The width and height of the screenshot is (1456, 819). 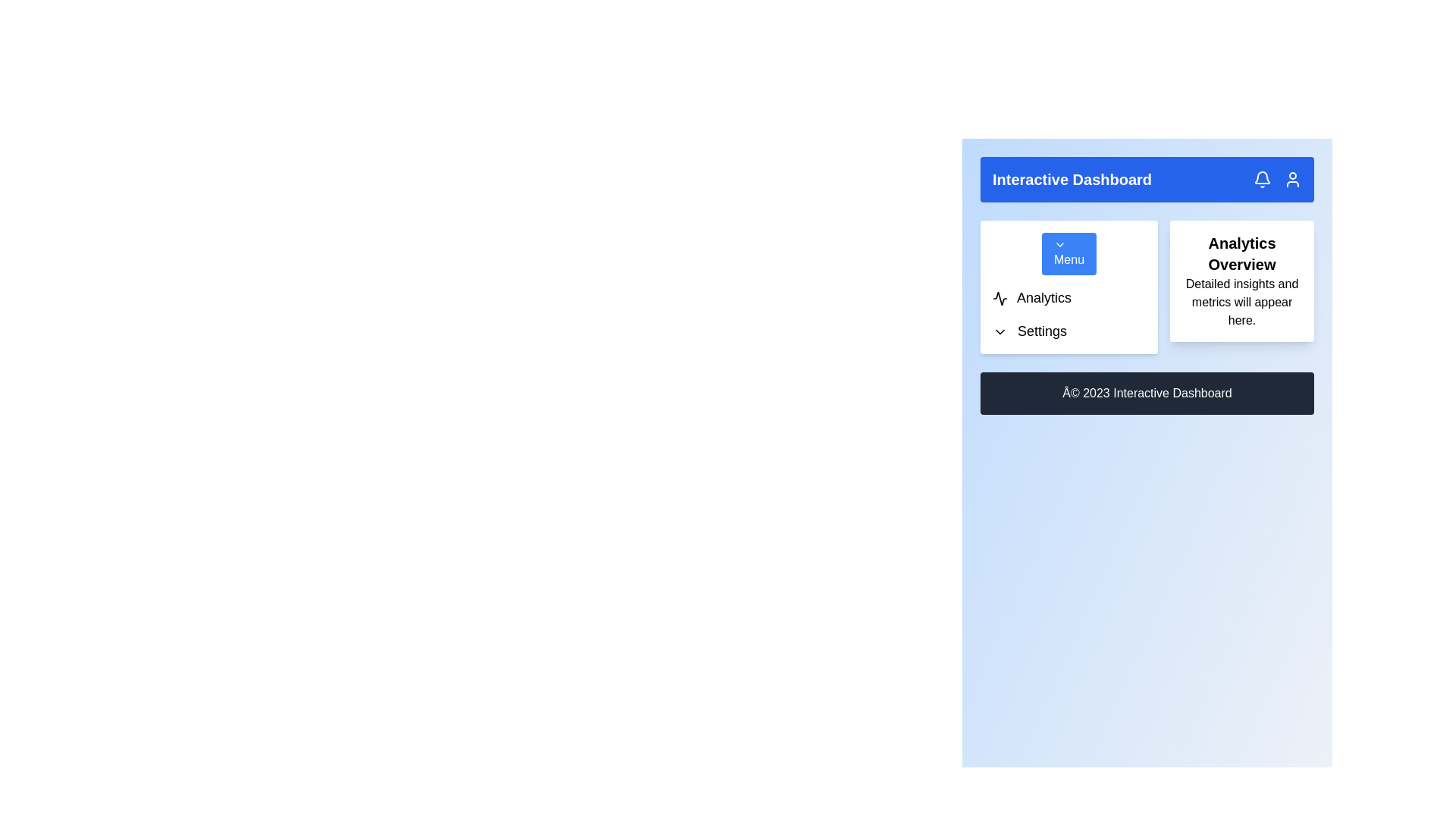 I want to click on the notification indicator icon located on the top bar, which is situated to the right of 'Interactive Dashboard' and before the user profile icon, so click(x=1263, y=177).